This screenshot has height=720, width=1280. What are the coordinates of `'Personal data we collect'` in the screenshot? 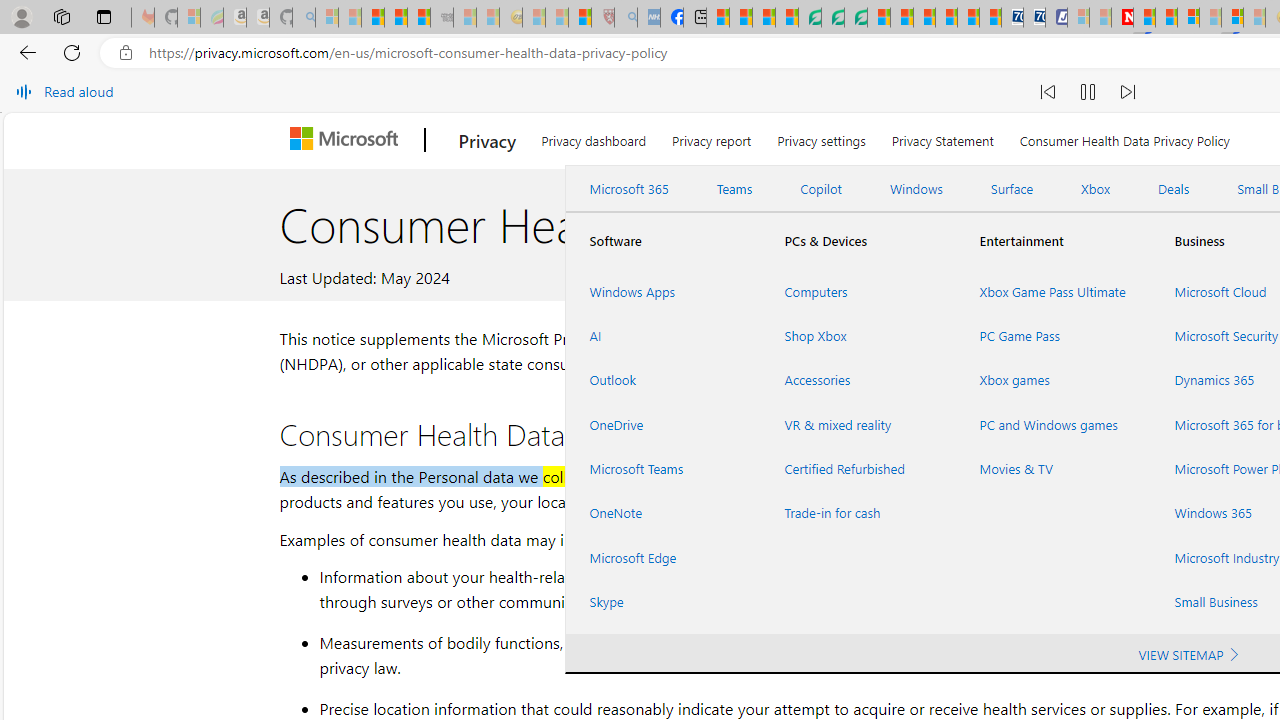 It's located at (503, 476).